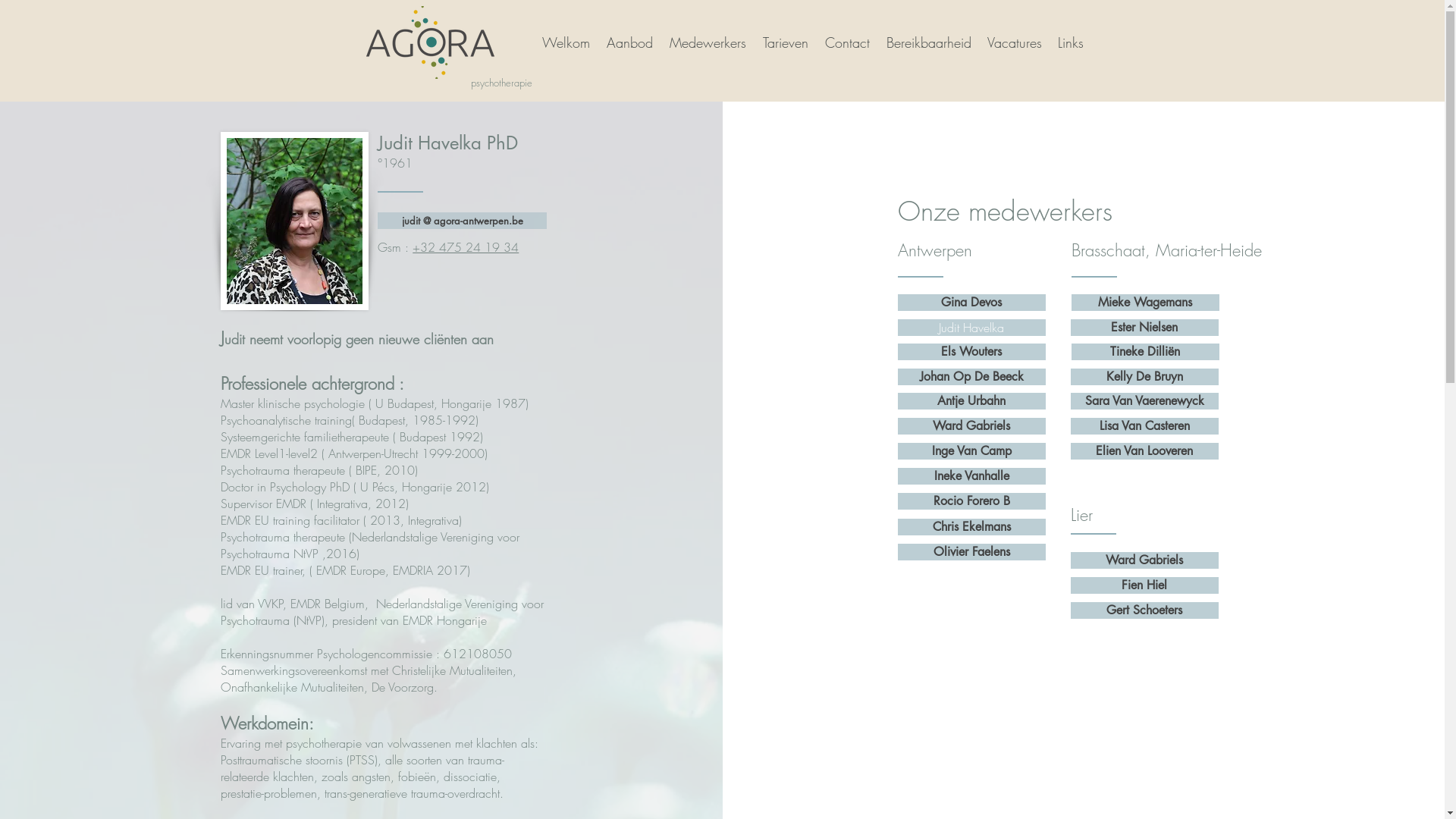  I want to click on 'Contact', so click(846, 42).